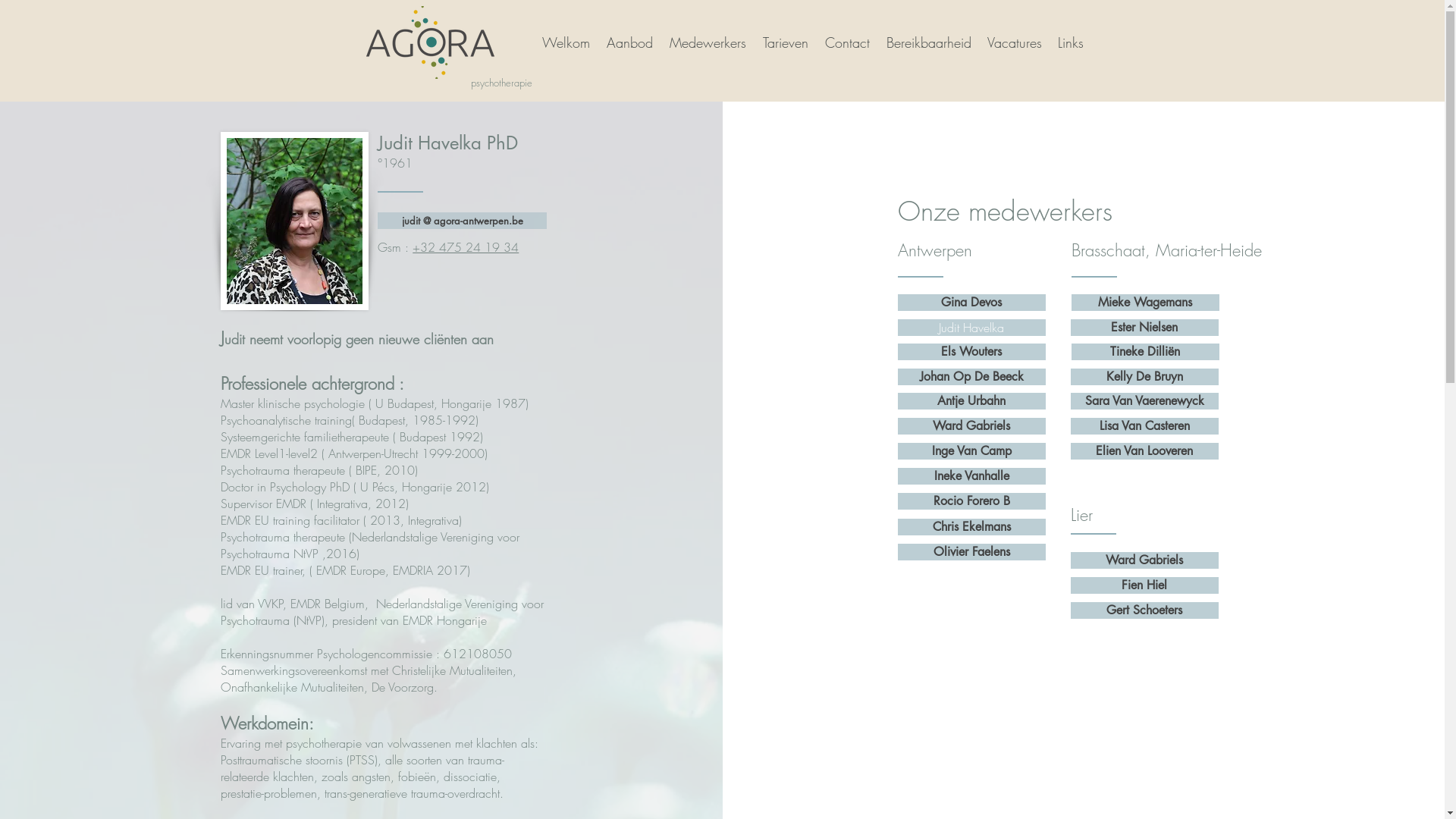  I want to click on 'Contact', so click(846, 42).